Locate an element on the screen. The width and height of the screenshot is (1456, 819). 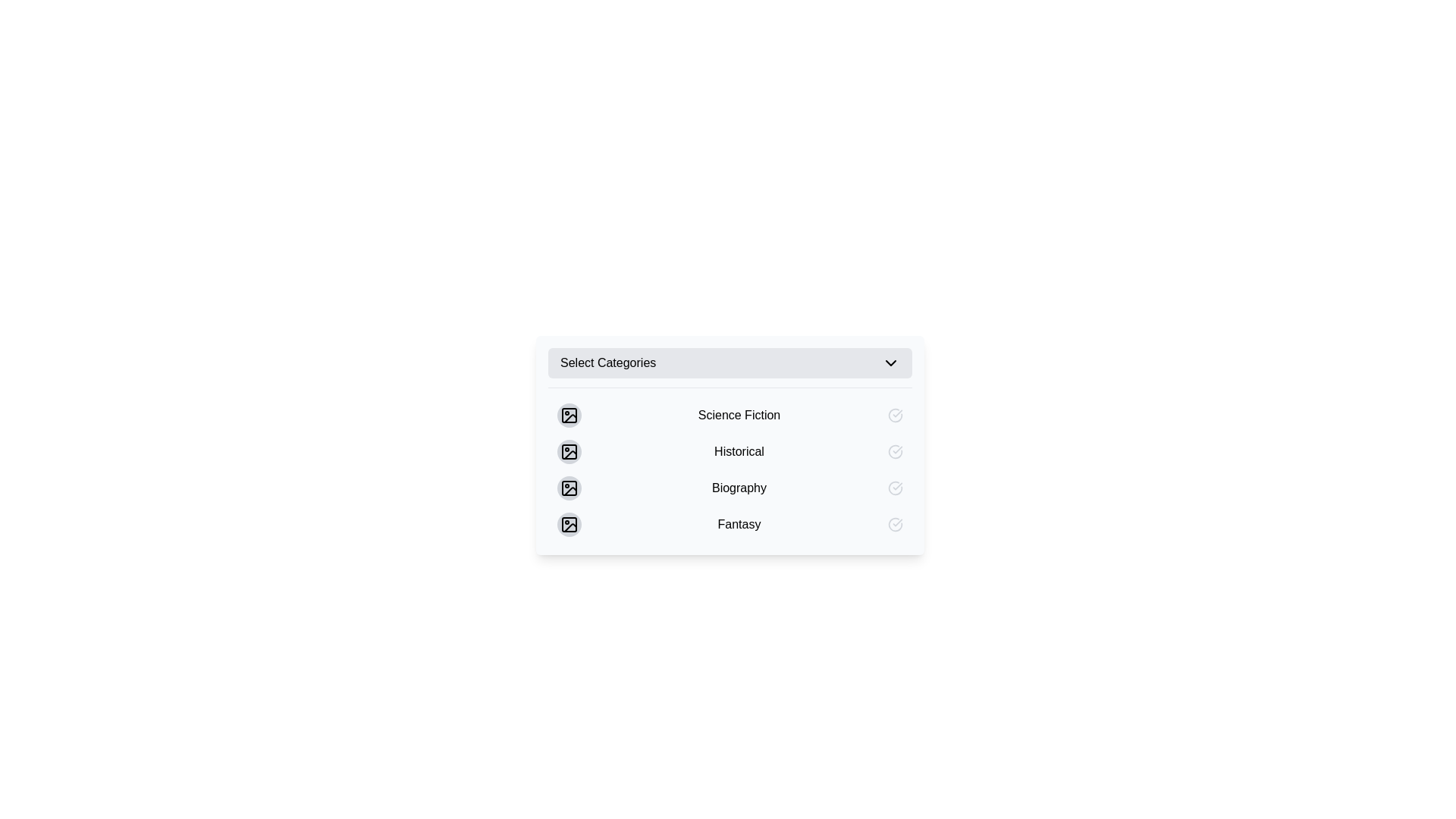
the icon that confirms or selects the category 'Science Fiction', located at the end of the row labeled 'Science Fiction' is located at coordinates (895, 415).